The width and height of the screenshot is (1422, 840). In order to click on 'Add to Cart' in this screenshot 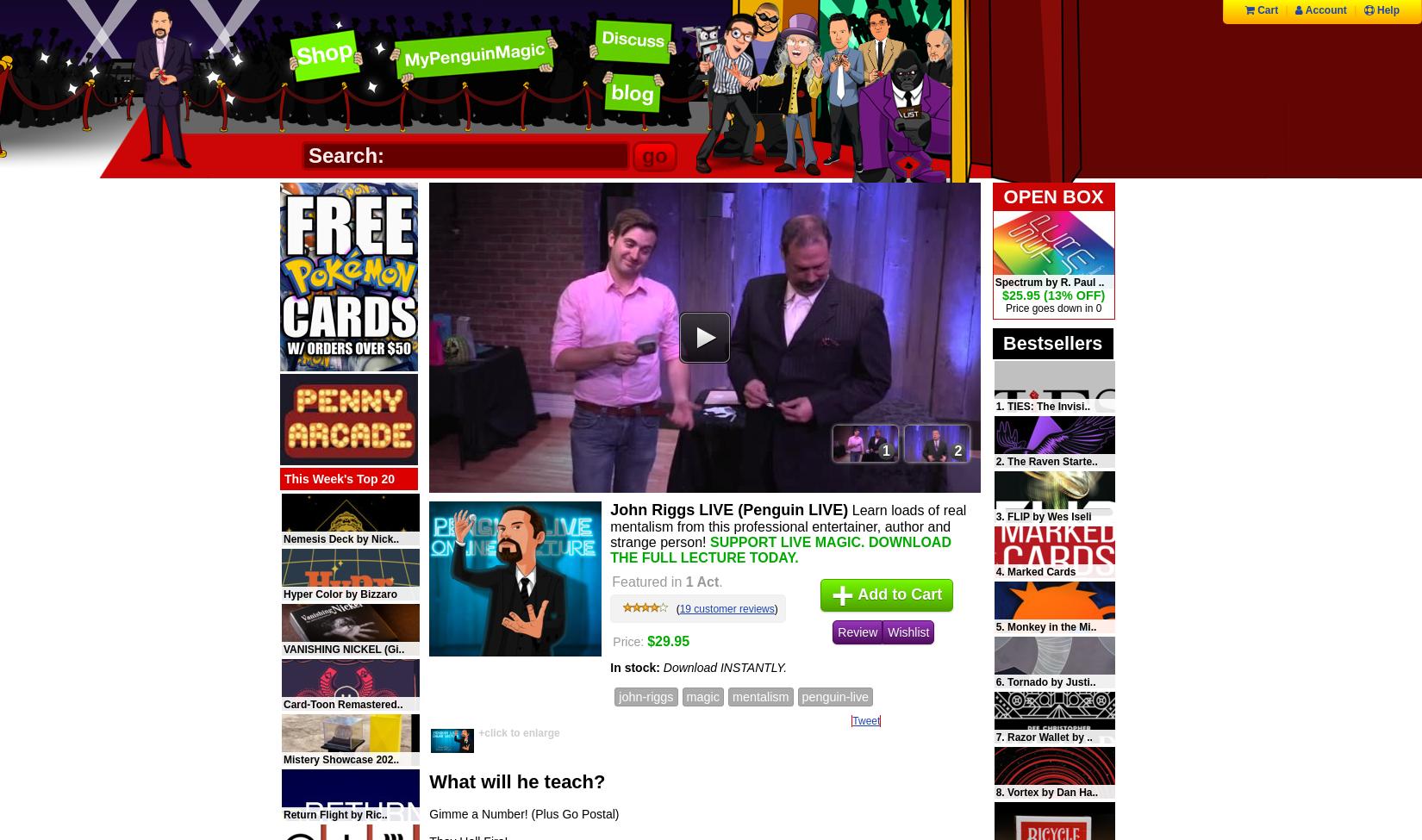, I will do `click(853, 594)`.